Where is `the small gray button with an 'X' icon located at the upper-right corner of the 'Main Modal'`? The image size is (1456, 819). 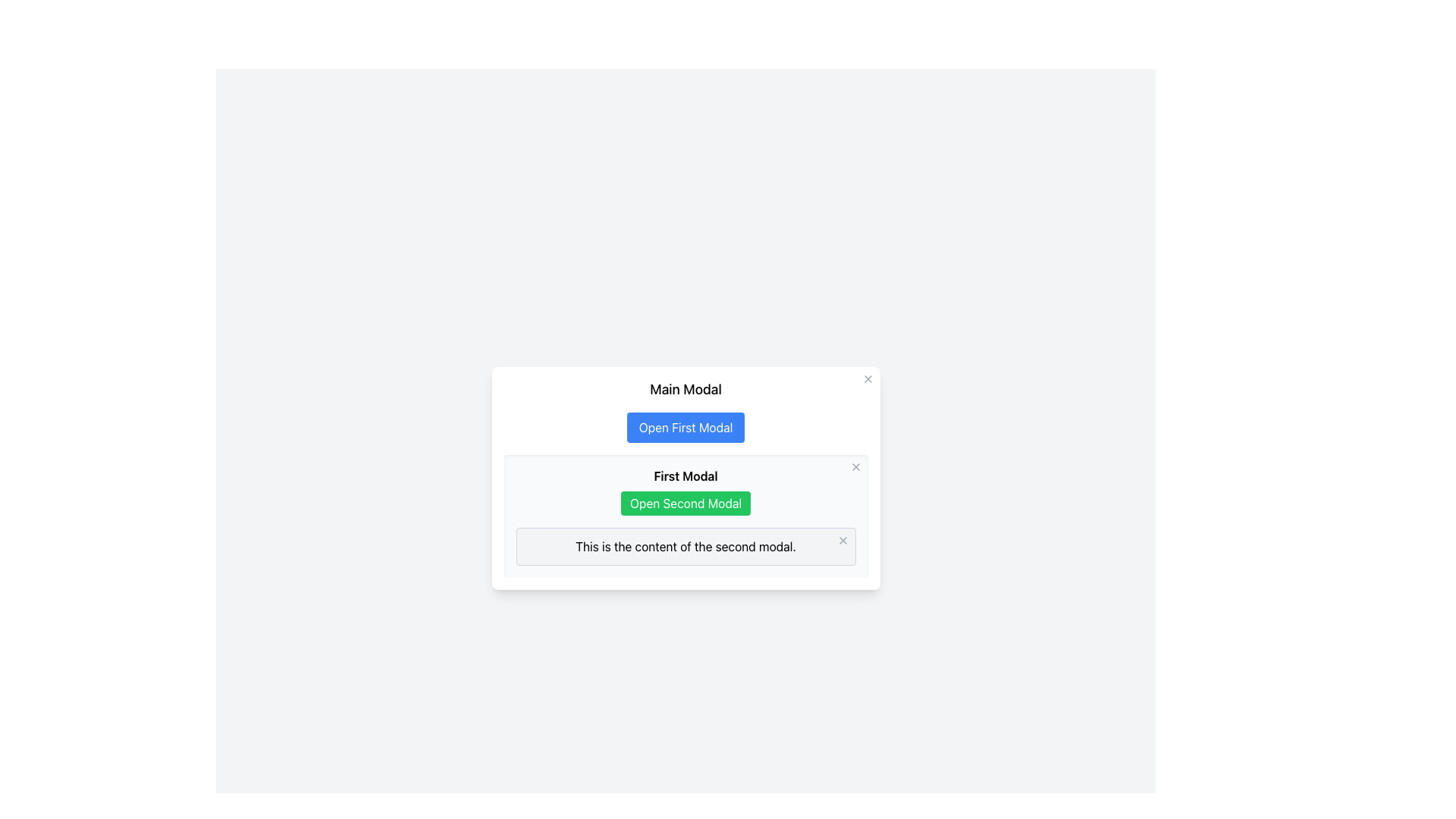
the small gray button with an 'X' icon located at the upper-right corner of the 'Main Modal' is located at coordinates (868, 378).